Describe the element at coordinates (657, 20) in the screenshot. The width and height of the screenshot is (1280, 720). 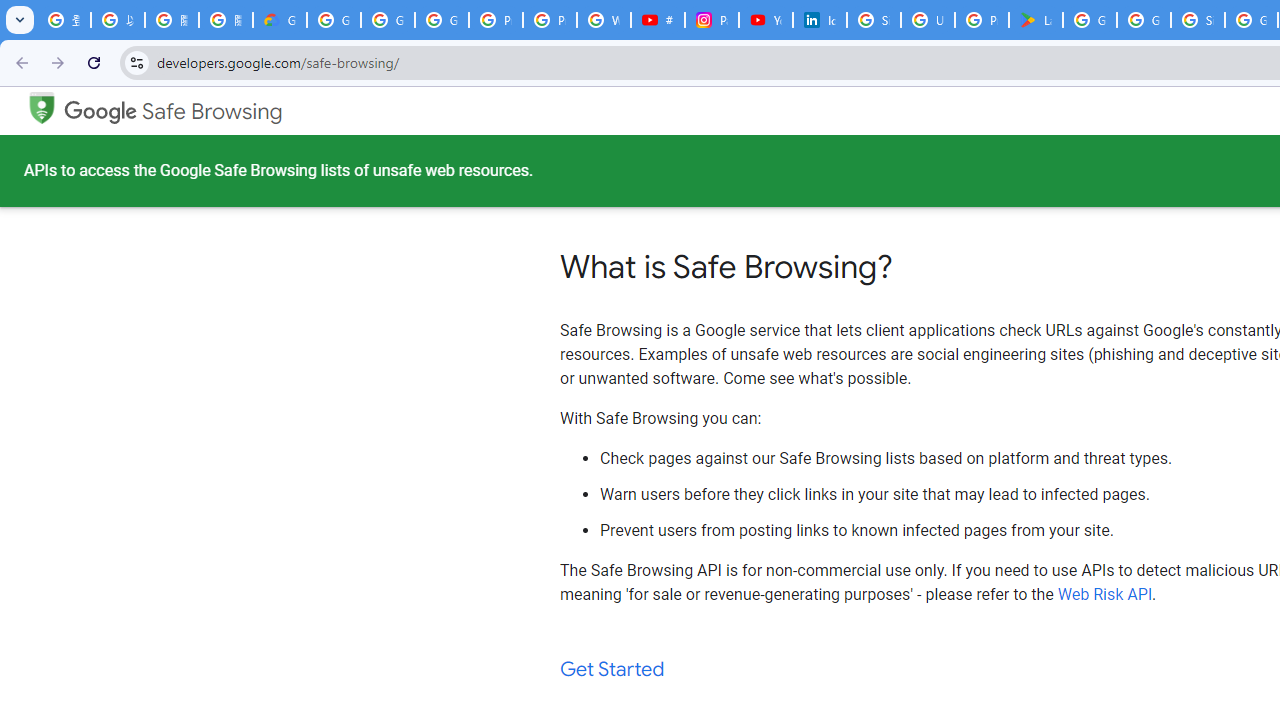
I see `'#nbabasketballhighlights - YouTube'` at that location.